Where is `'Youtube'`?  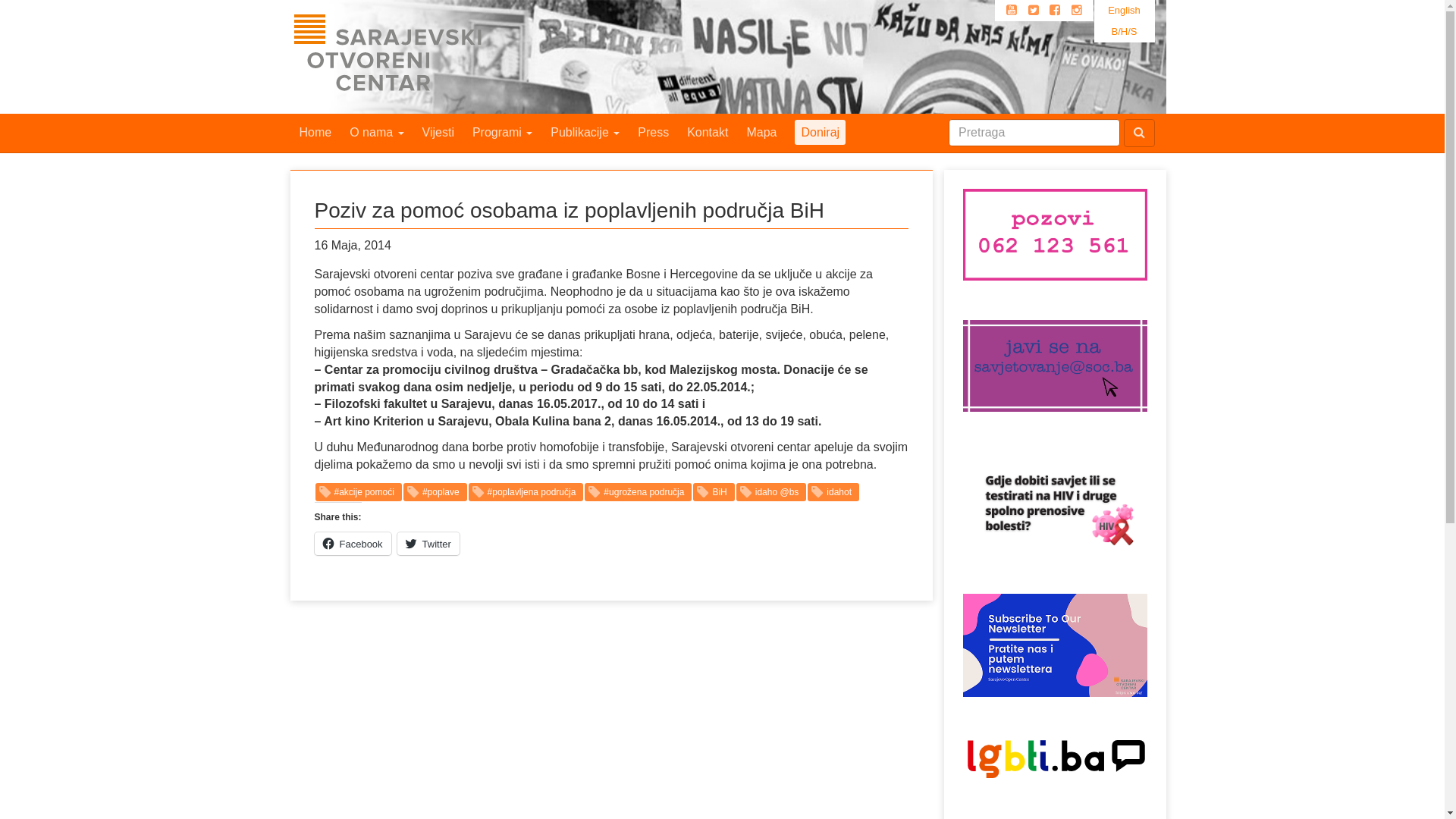
'Youtube' is located at coordinates (1012, 11).